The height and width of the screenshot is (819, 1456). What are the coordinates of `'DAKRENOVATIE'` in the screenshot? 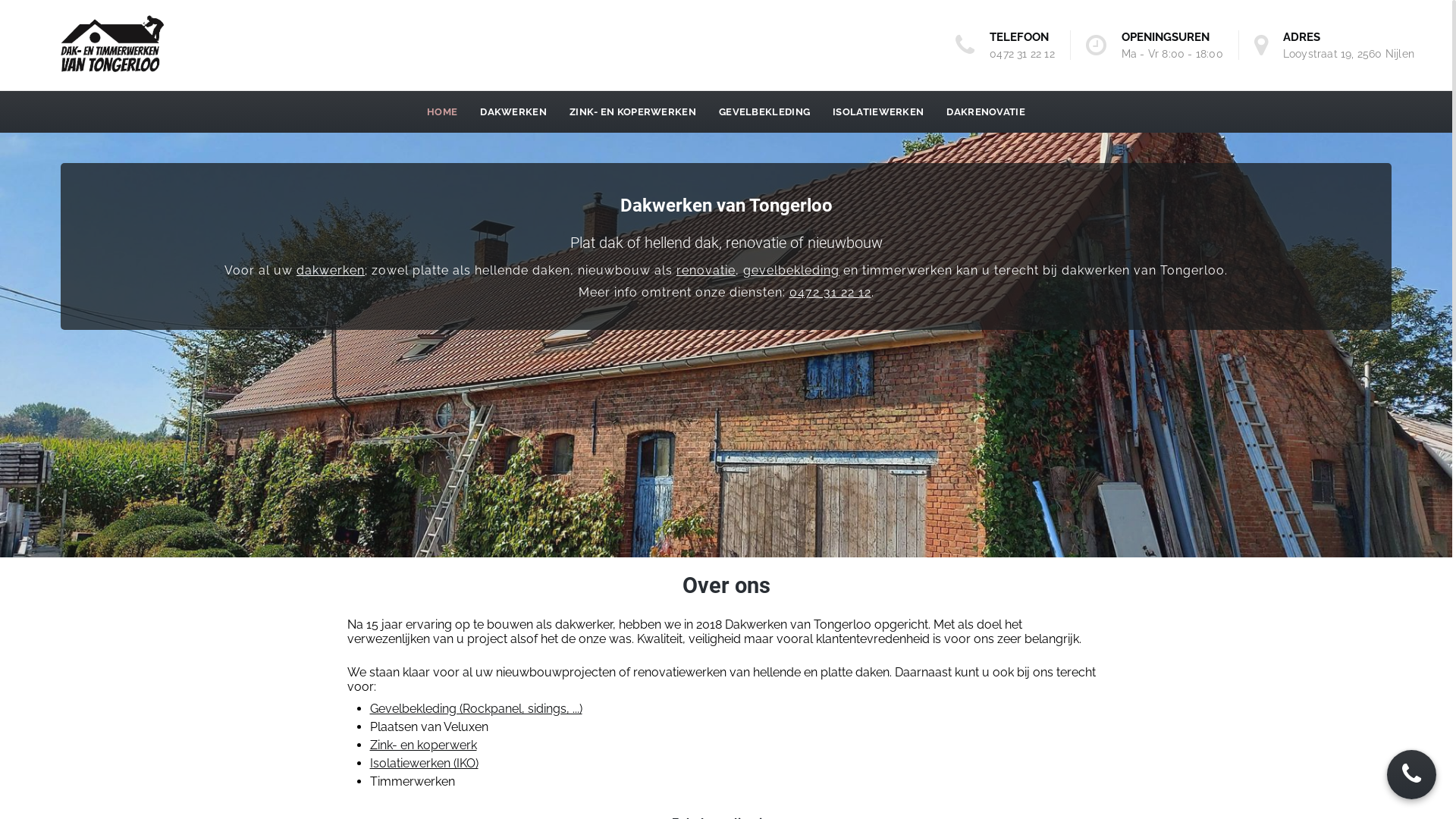 It's located at (986, 111).